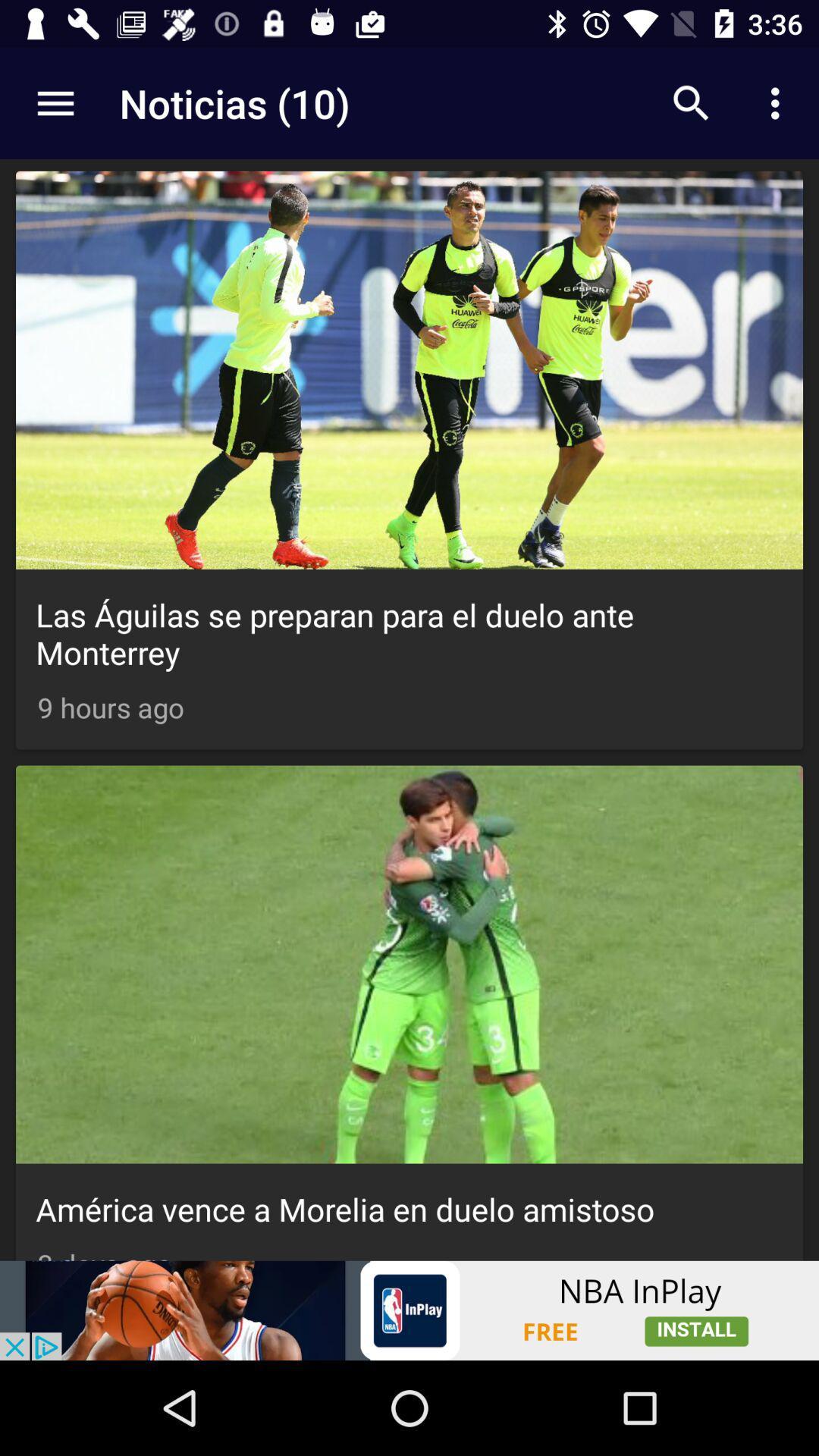 The height and width of the screenshot is (1456, 819). I want to click on share the article, so click(409, 1310).